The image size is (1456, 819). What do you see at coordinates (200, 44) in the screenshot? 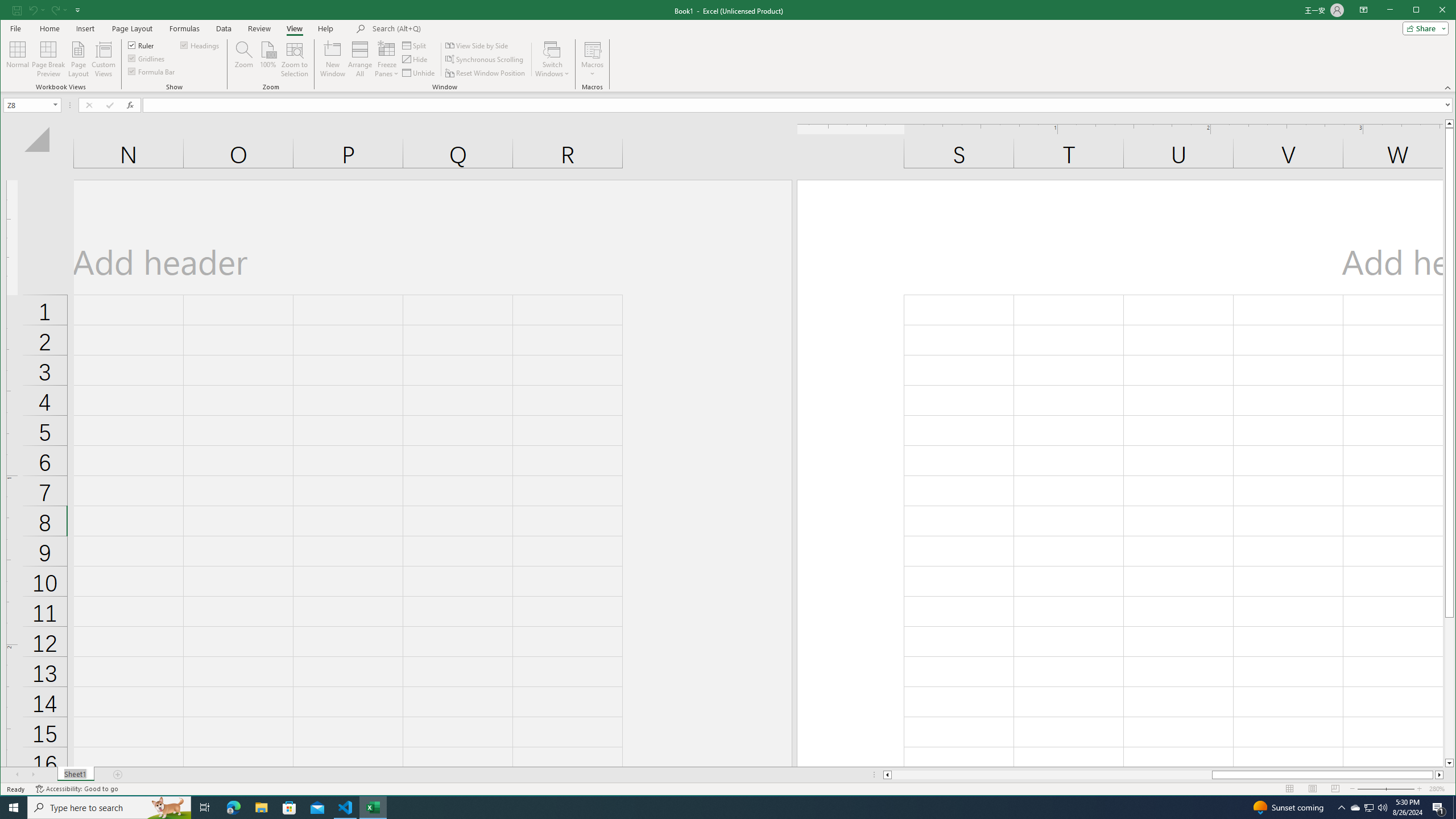
I see `'Headings'` at bounding box center [200, 44].